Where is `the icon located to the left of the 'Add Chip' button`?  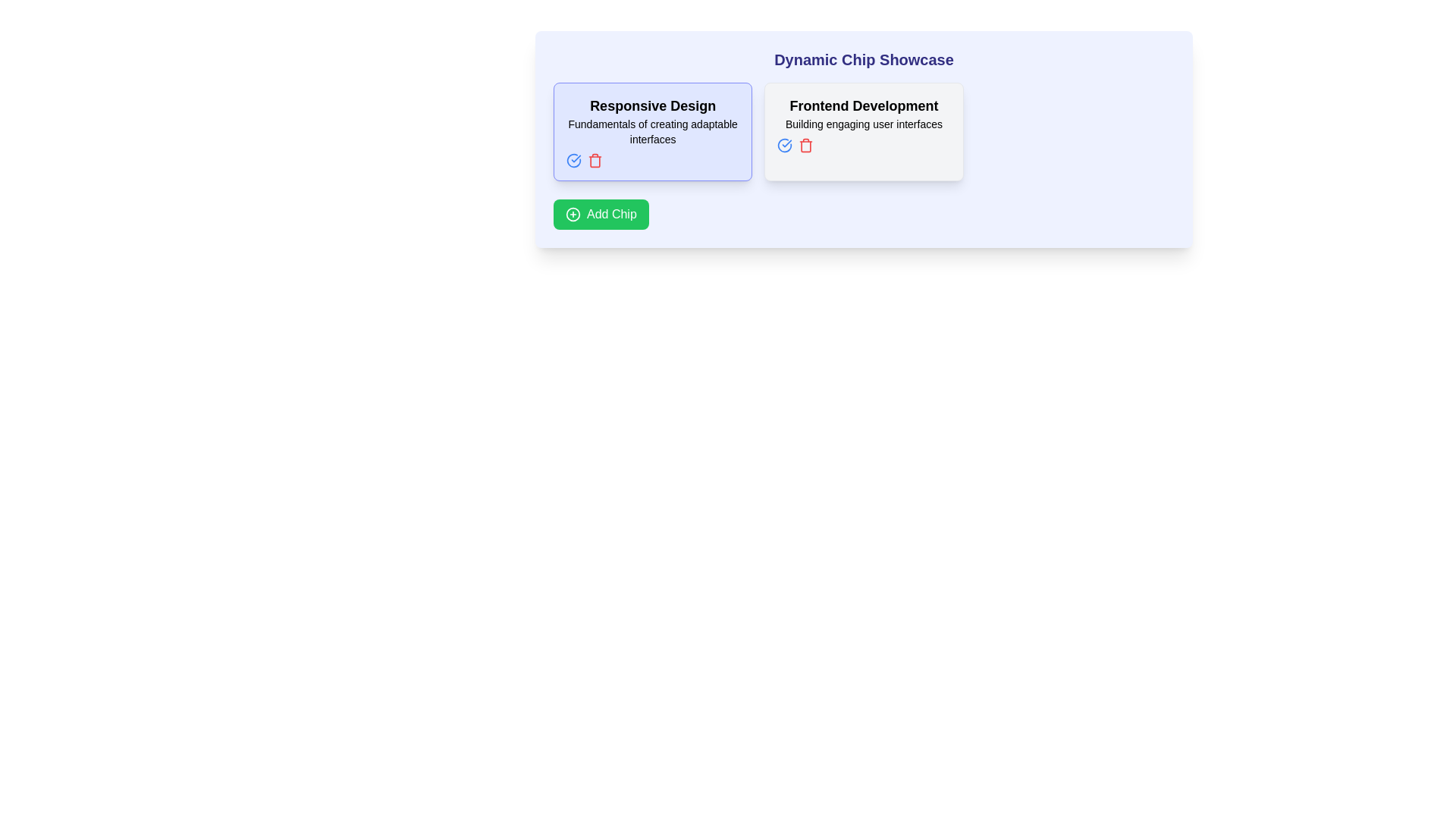
the icon located to the left of the 'Add Chip' button is located at coordinates (572, 214).